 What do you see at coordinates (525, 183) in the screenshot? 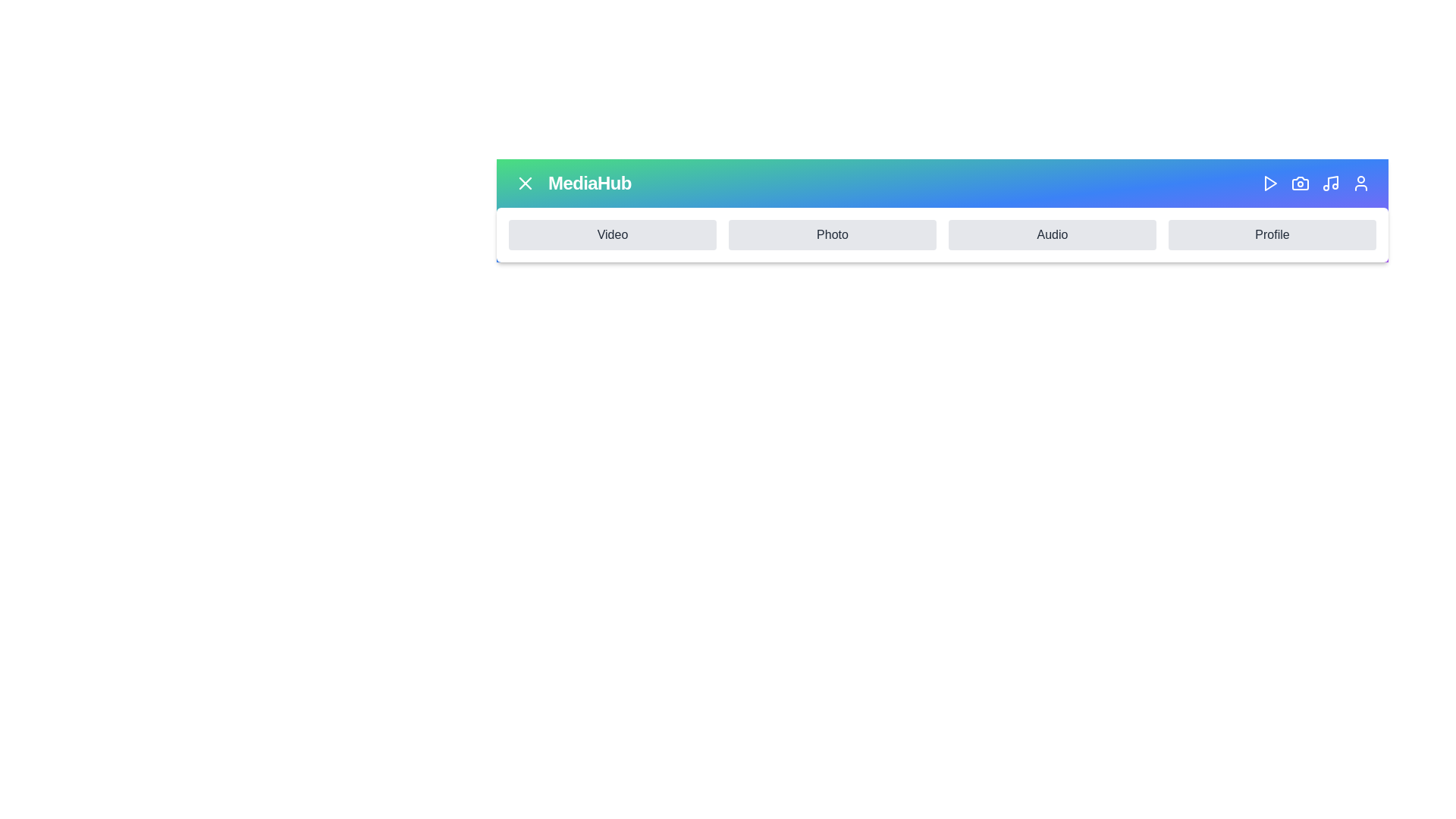
I see `button containing the 'X' or 'Menu' icon to toggle the menu visibility` at bounding box center [525, 183].